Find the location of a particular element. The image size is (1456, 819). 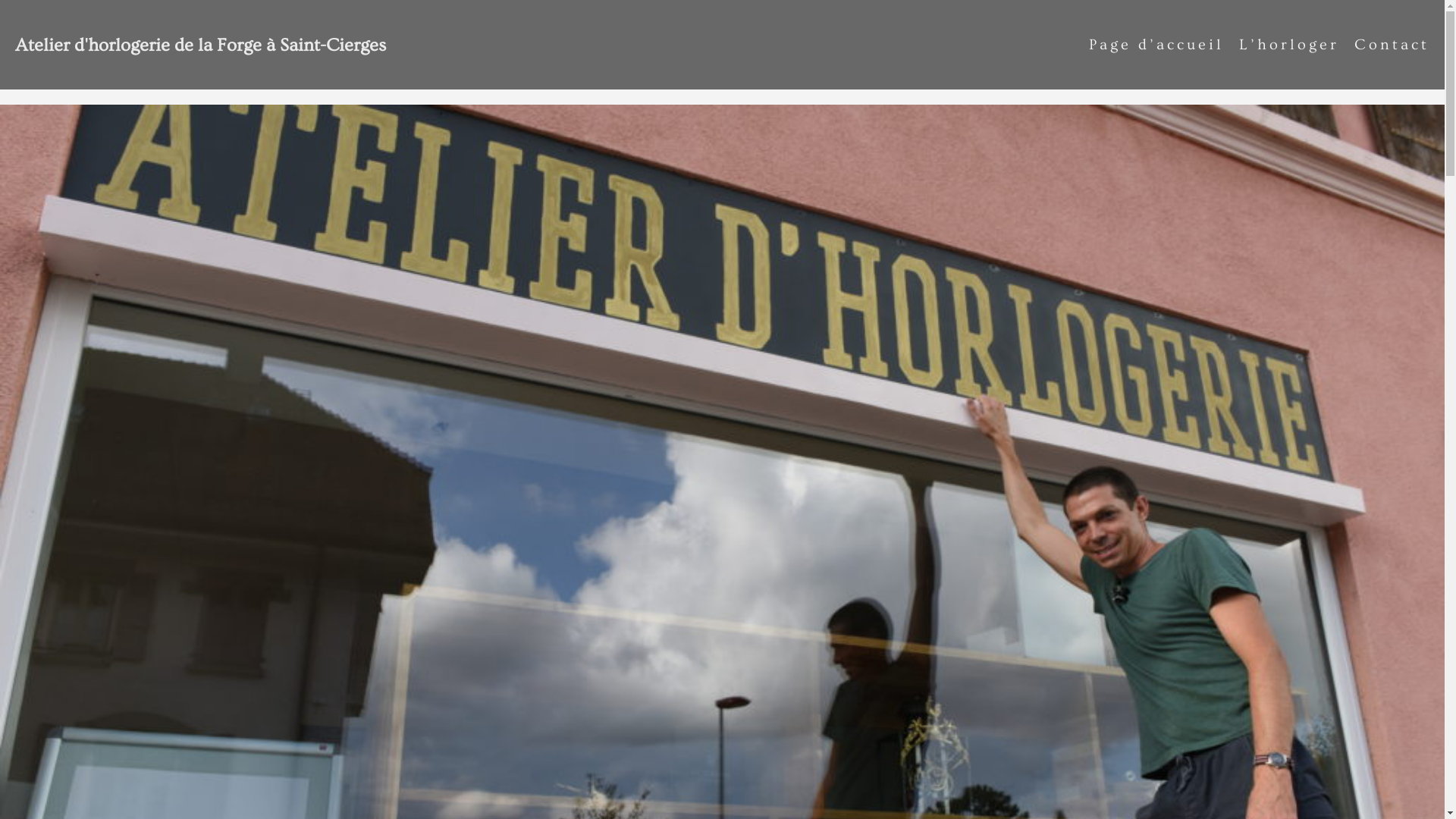

'Contact' is located at coordinates (1392, 43).